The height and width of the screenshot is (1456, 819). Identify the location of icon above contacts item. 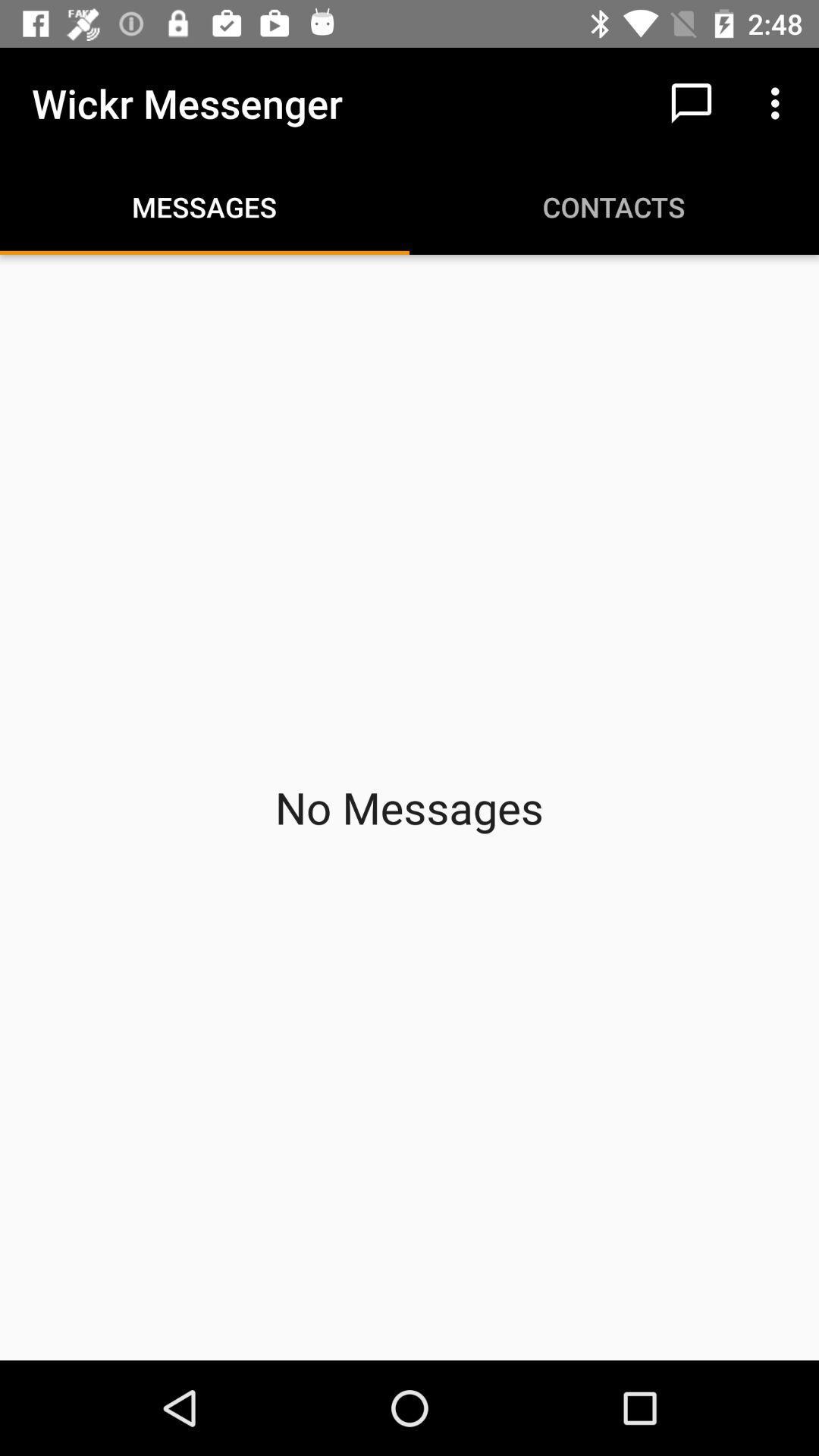
(691, 102).